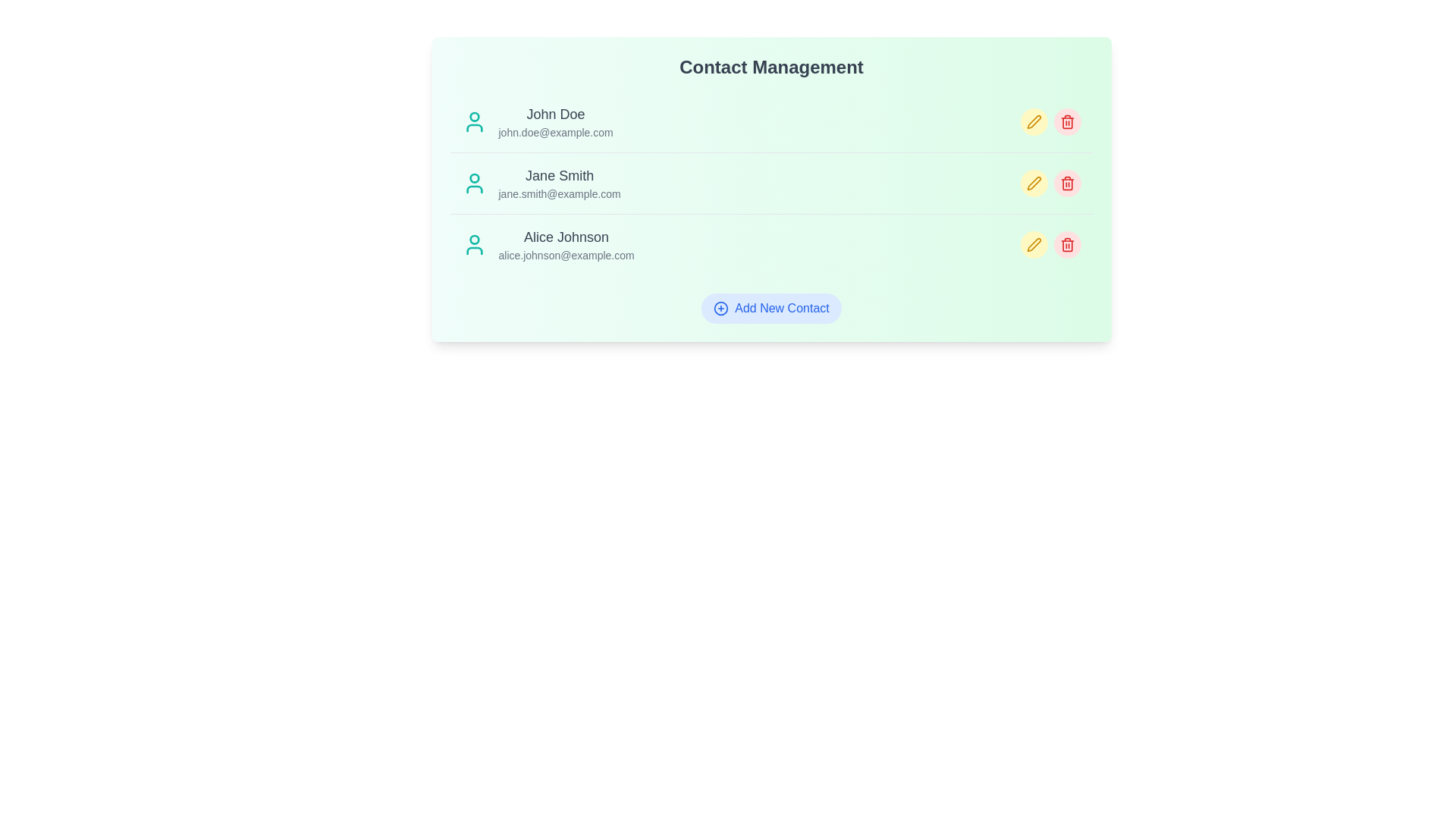 This screenshot has width=1456, height=819. What do you see at coordinates (771, 308) in the screenshot?
I see `the 'Add New Contact' button to initiate adding a new contact` at bounding box center [771, 308].